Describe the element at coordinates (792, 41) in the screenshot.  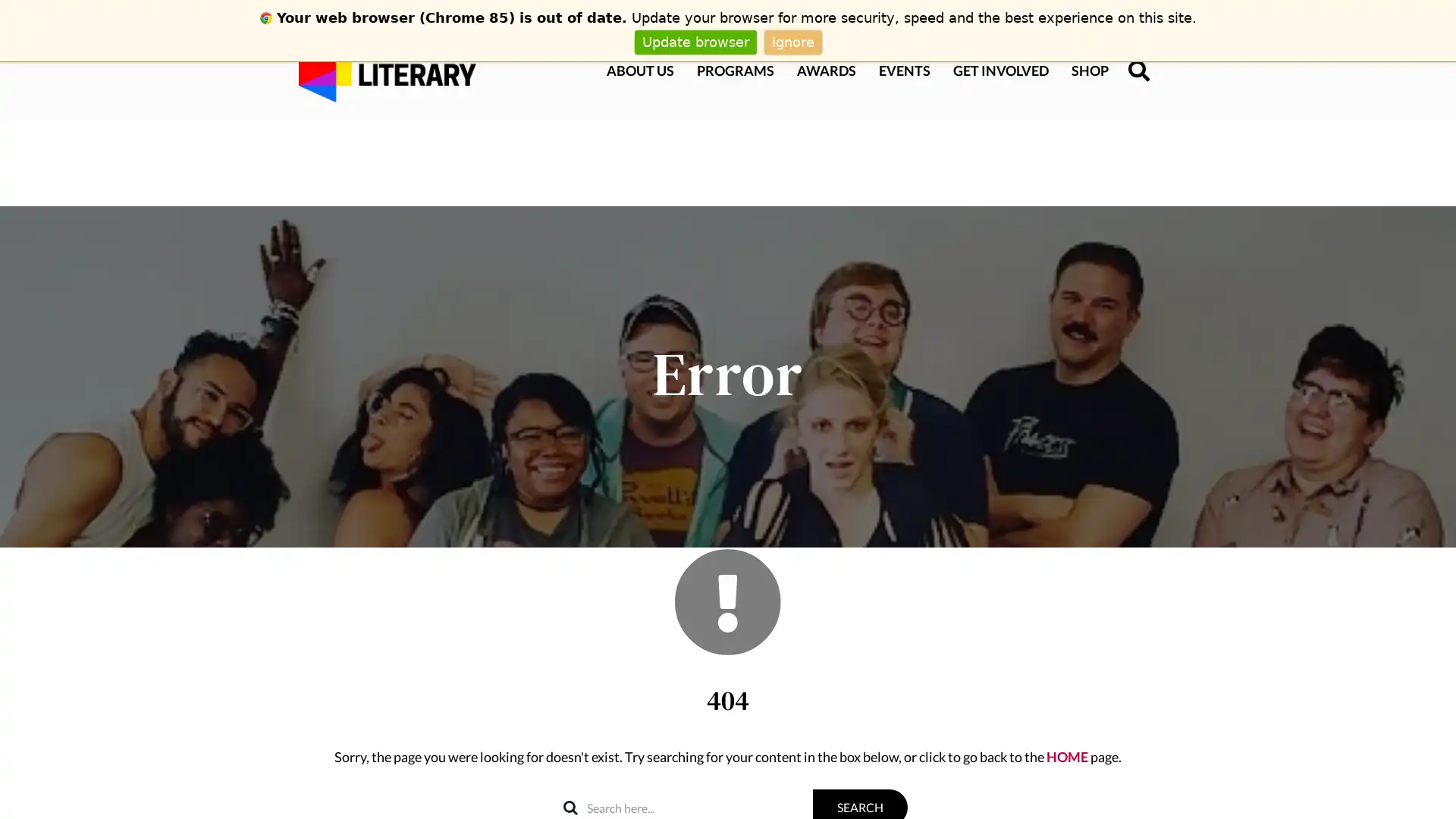
I see `Ignore` at that location.